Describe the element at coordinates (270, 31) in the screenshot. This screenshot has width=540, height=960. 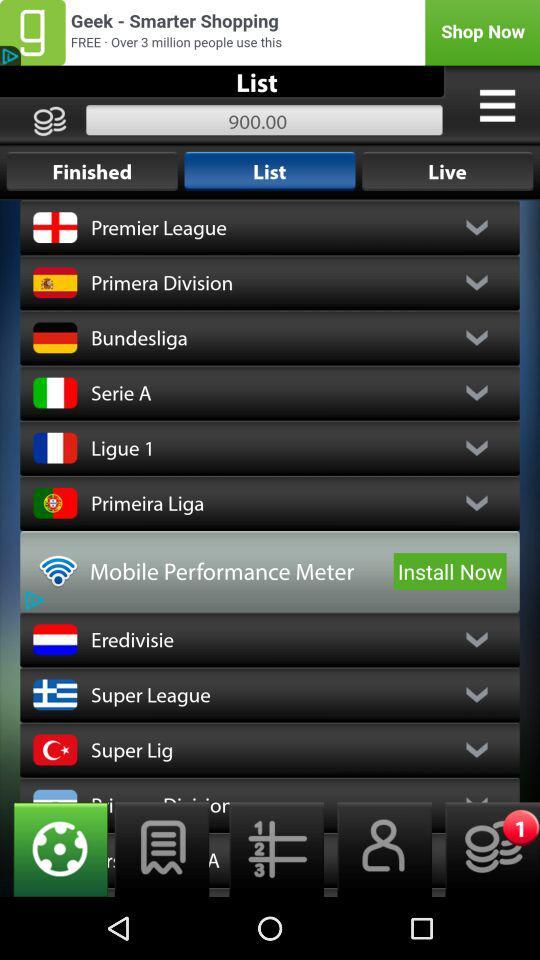
I see `advertisement at top` at that location.